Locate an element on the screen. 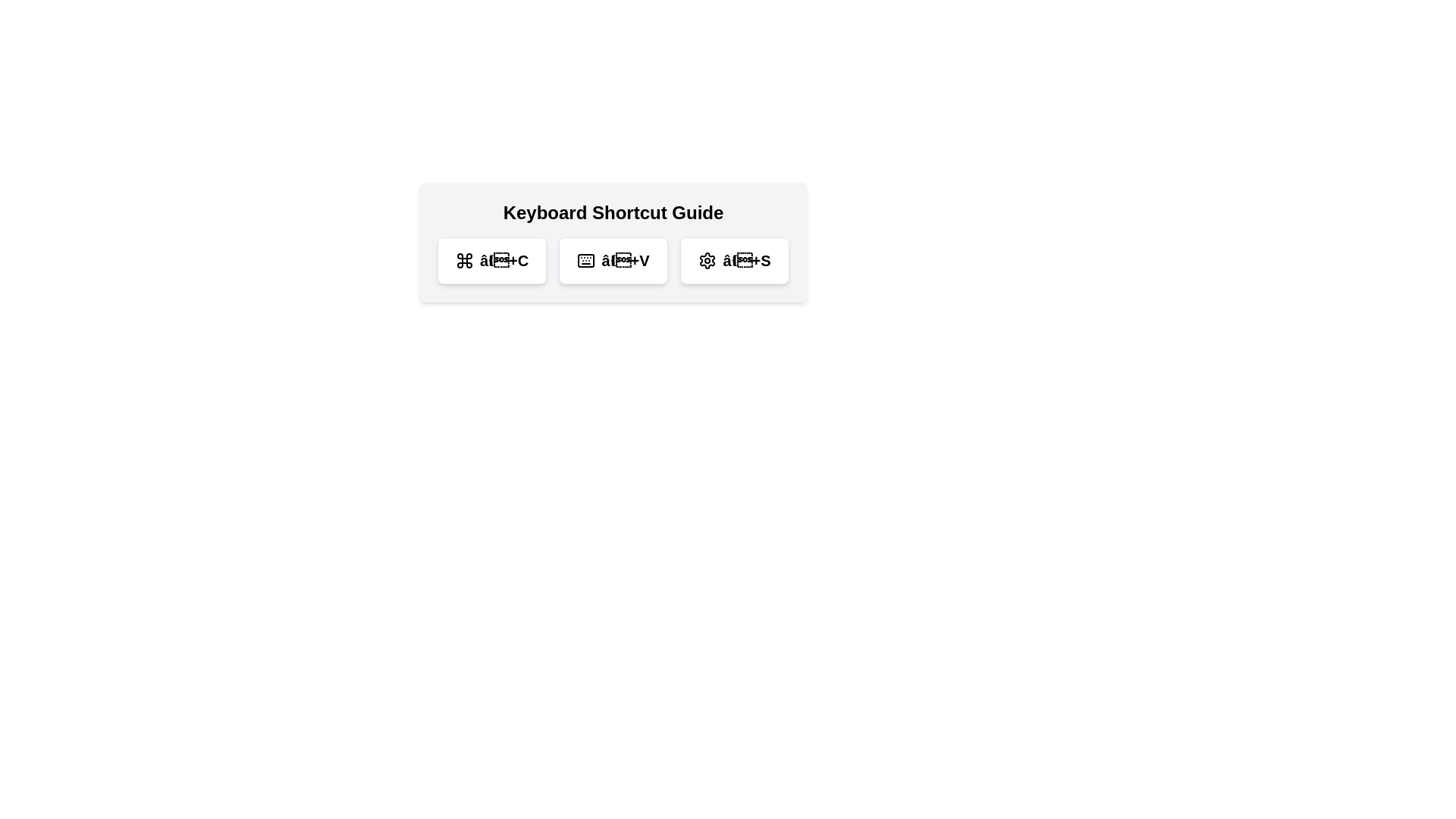  the text label displaying '⌘+V', which is the third element in a group of keyboard shortcut representations, located under the 'Keyboard Shortcut Guide' is located at coordinates (626, 259).